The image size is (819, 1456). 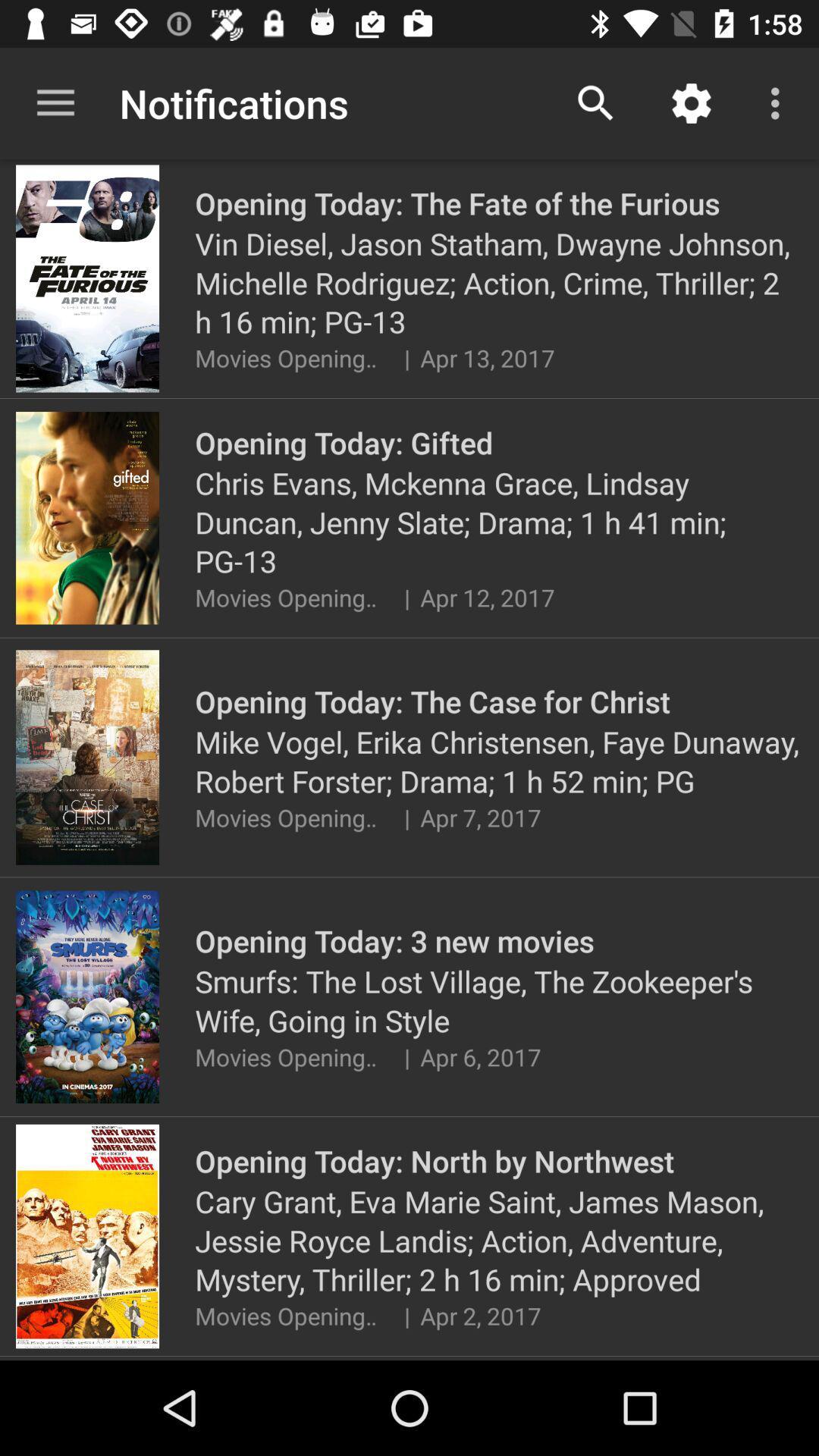 What do you see at coordinates (499, 1001) in the screenshot?
I see `the icon below the opening today 3 icon` at bounding box center [499, 1001].